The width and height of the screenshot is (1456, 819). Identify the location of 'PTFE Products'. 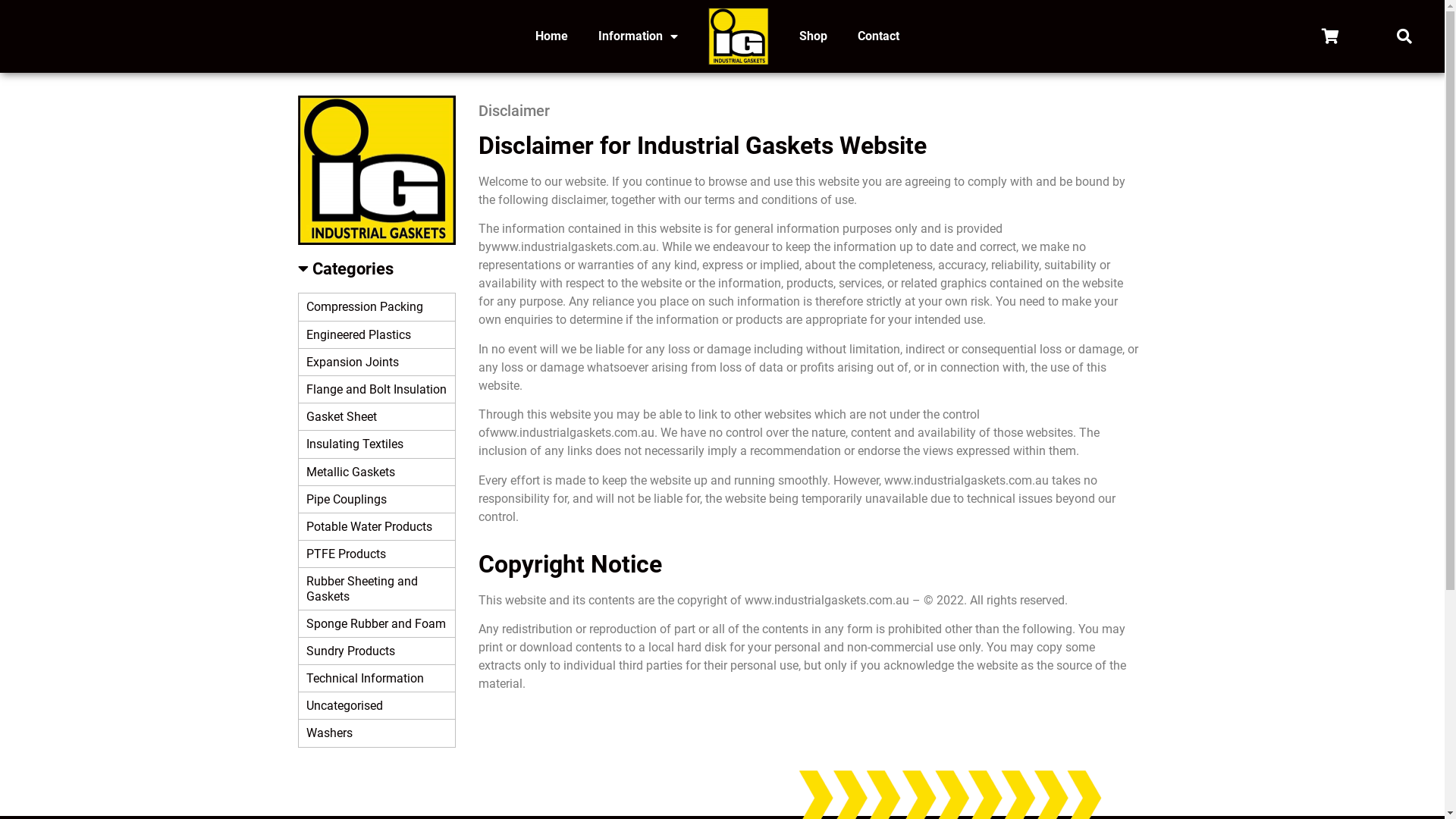
(298, 554).